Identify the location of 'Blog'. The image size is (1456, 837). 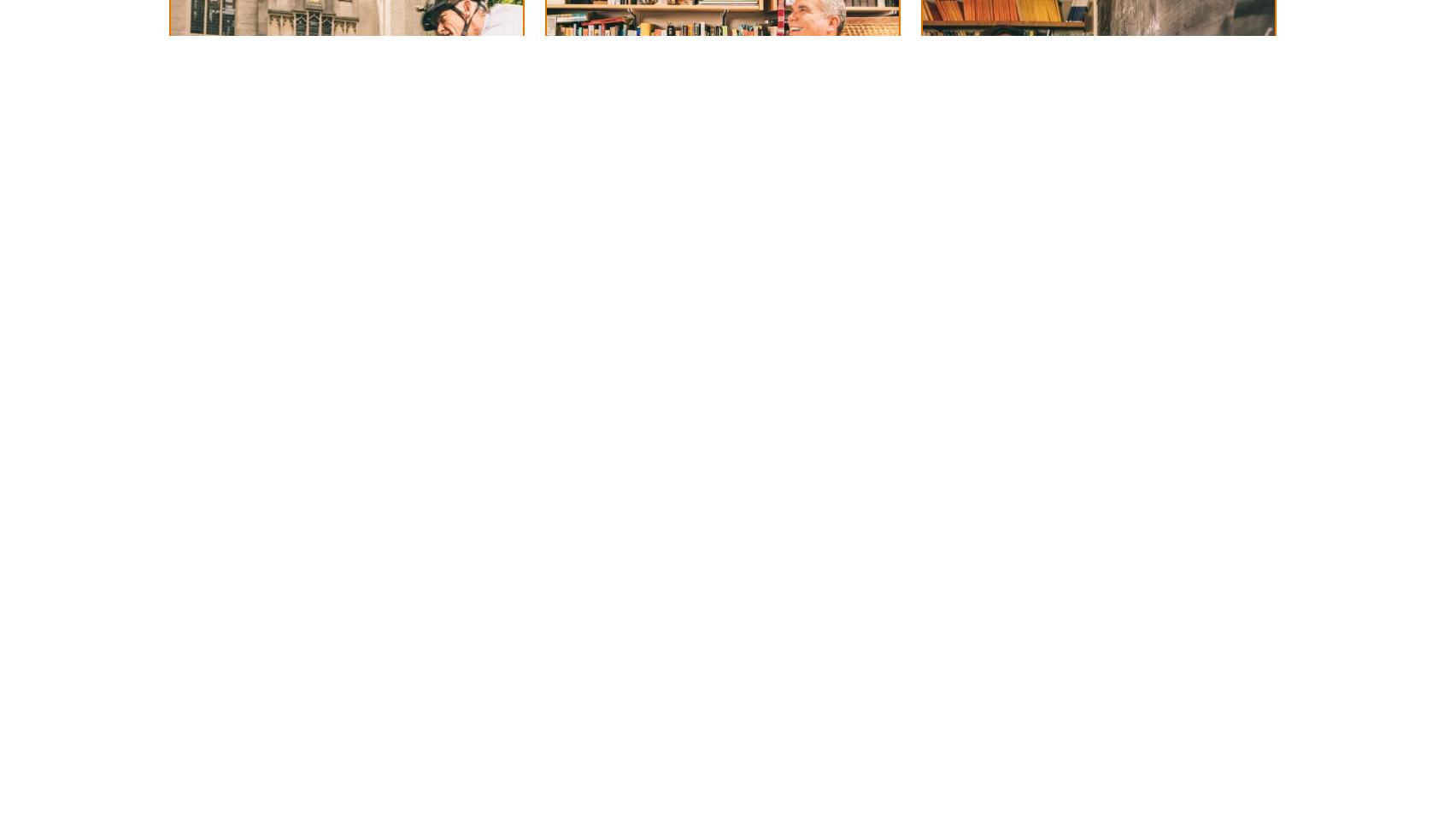
(461, 48).